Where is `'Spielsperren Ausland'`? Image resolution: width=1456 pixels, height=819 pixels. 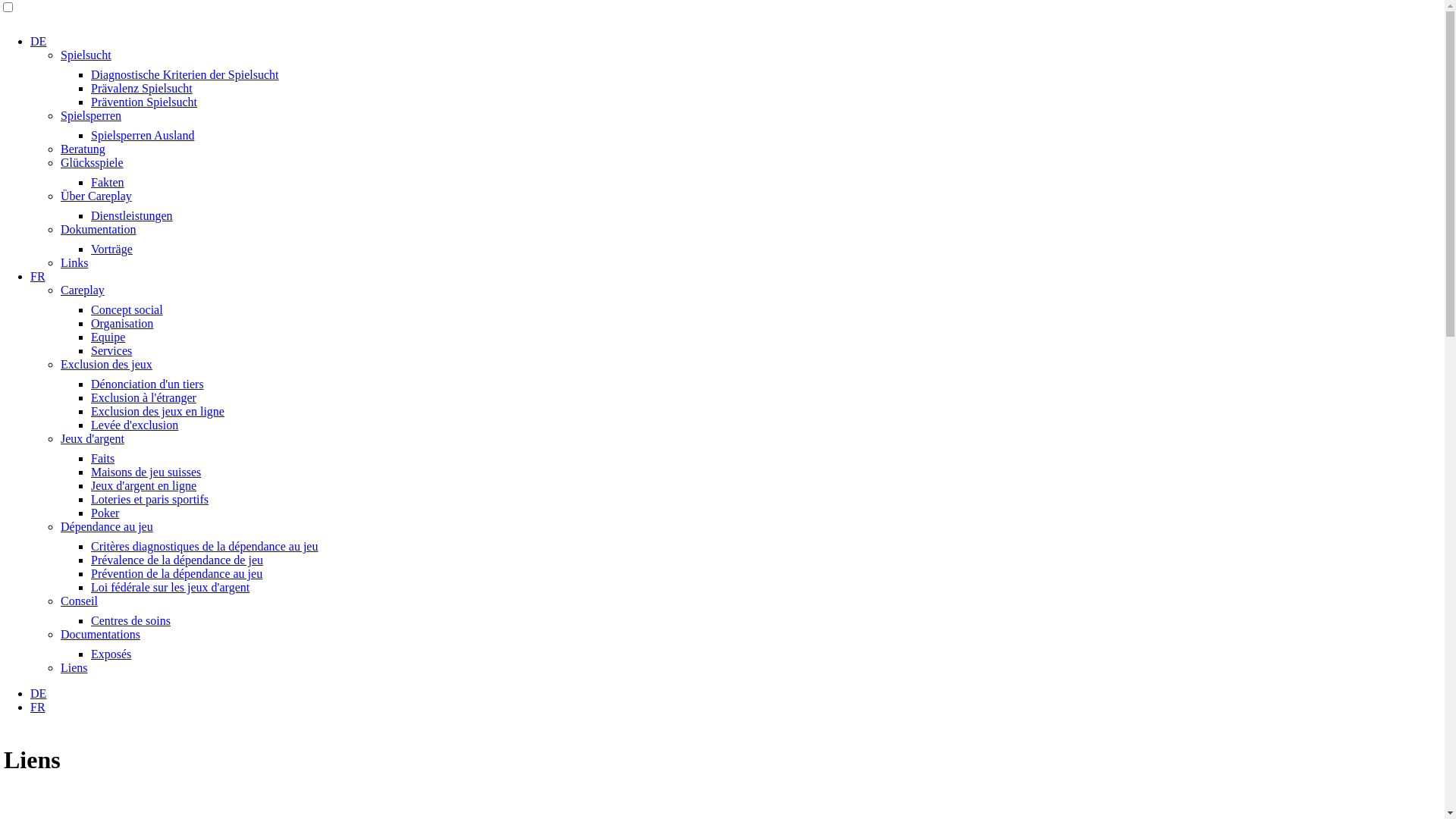
'Spielsperren Ausland' is located at coordinates (142, 134).